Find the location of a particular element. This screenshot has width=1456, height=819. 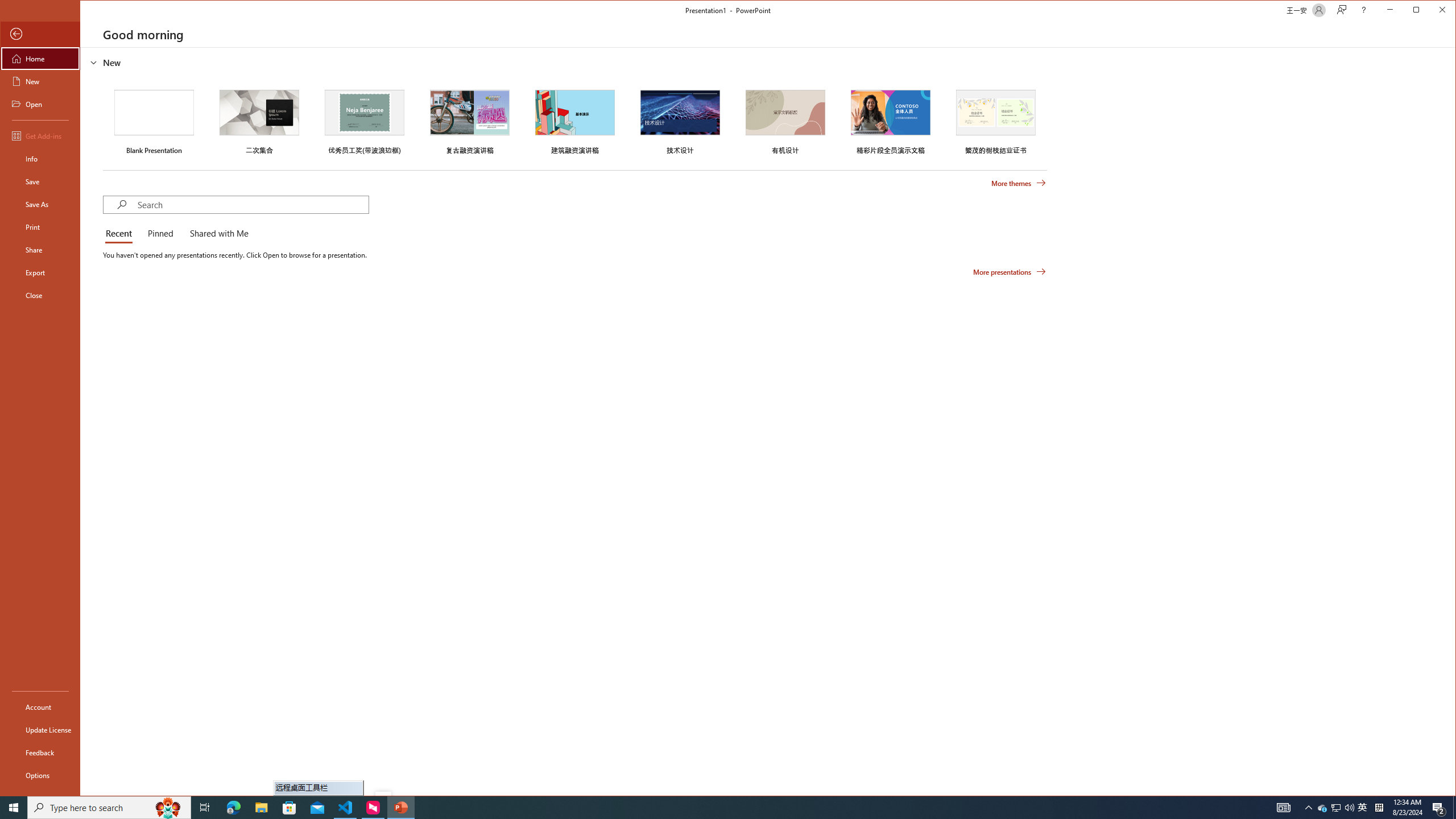

'Info' is located at coordinates (39, 159).